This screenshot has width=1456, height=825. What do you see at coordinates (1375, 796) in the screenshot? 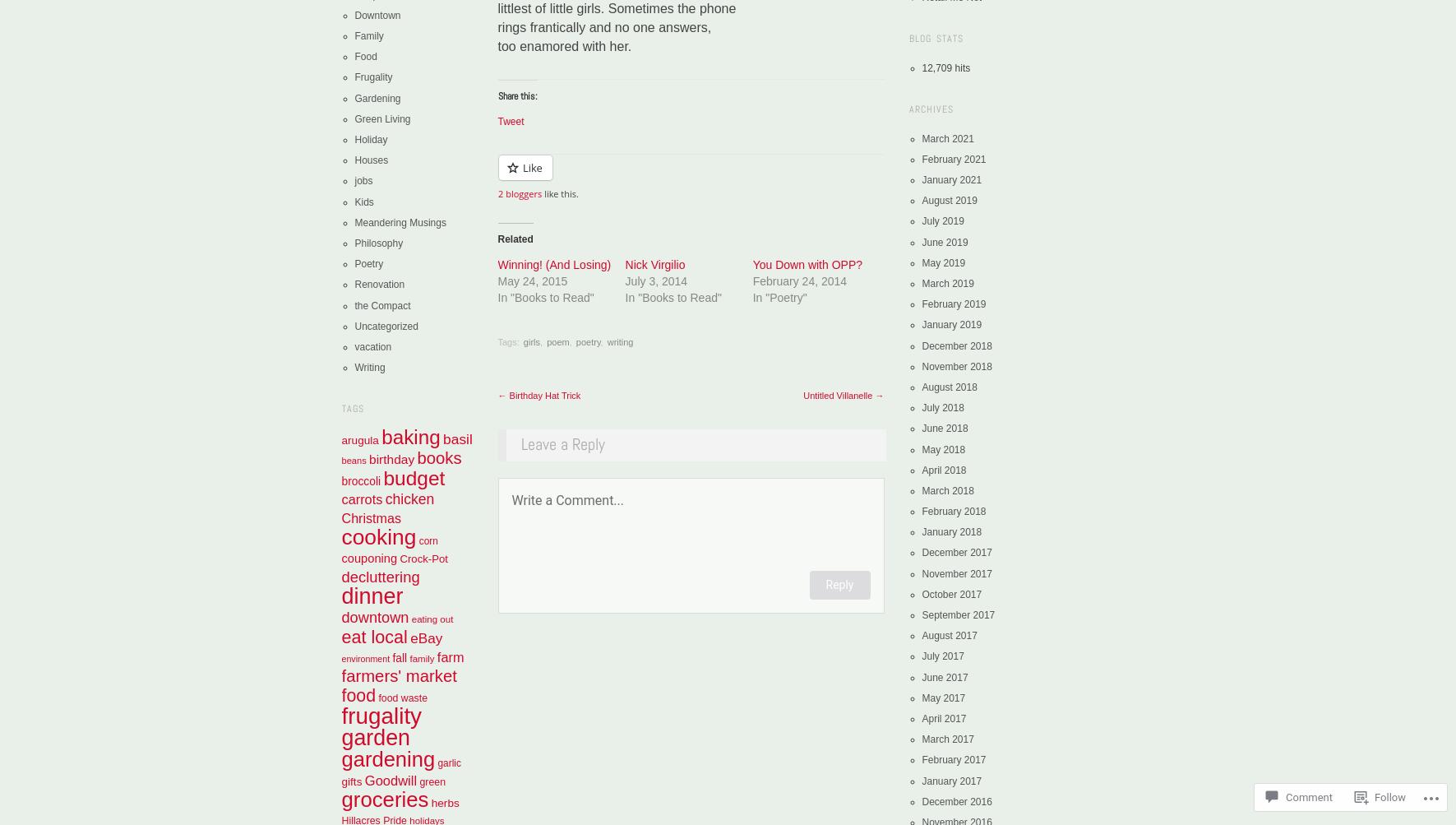
I see `'Follow'` at bounding box center [1375, 796].